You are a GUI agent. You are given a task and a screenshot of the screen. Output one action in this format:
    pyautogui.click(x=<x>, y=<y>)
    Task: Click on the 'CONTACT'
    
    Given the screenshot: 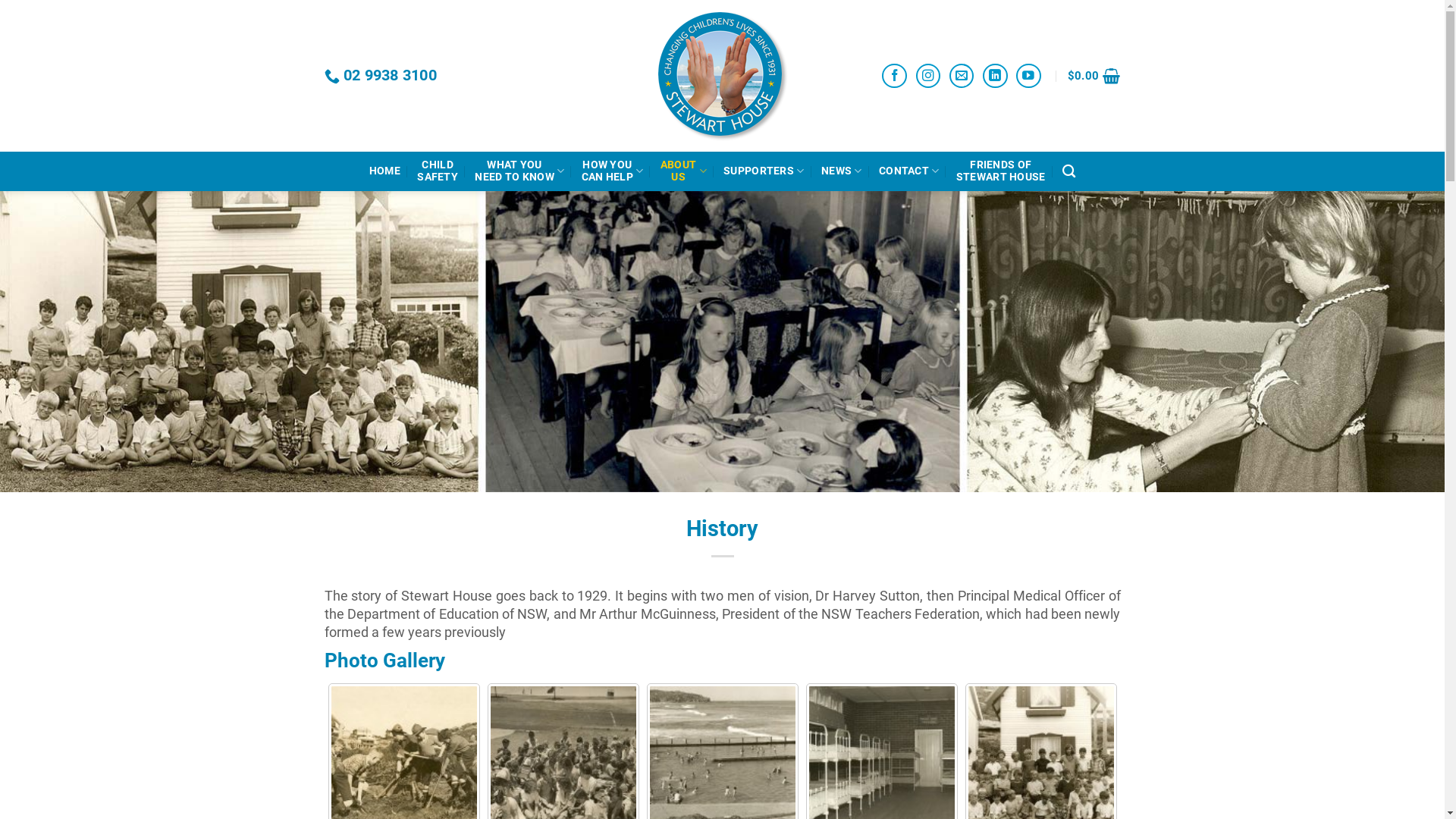 What is the action you would take?
    pyautogui.click(x=909, y=171)
    